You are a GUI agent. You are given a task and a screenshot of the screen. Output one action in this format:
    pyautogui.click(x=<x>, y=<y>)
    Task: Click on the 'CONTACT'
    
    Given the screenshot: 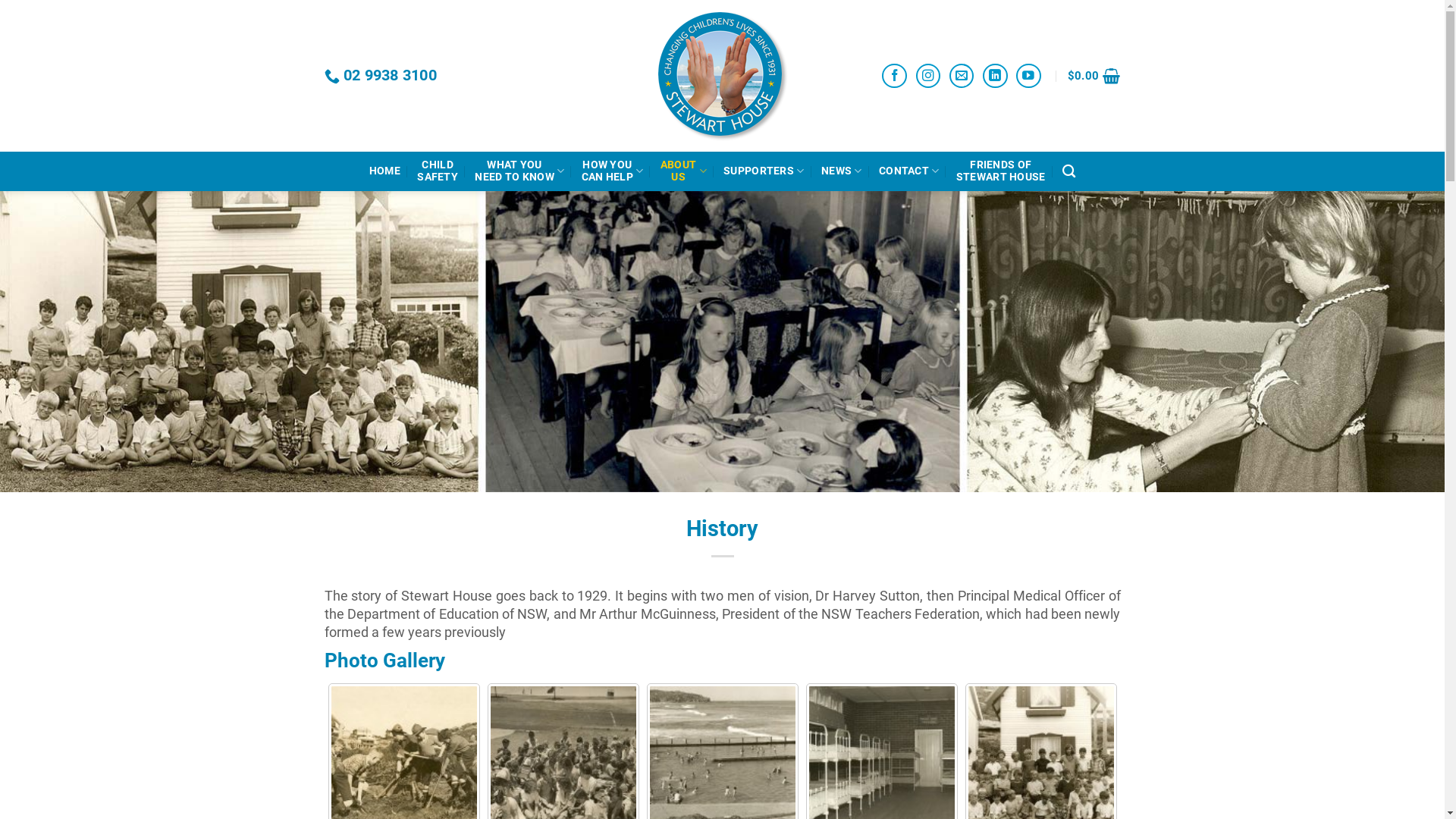 What is the action you would take?
    pyautogui.click(x=909, y=171)
    